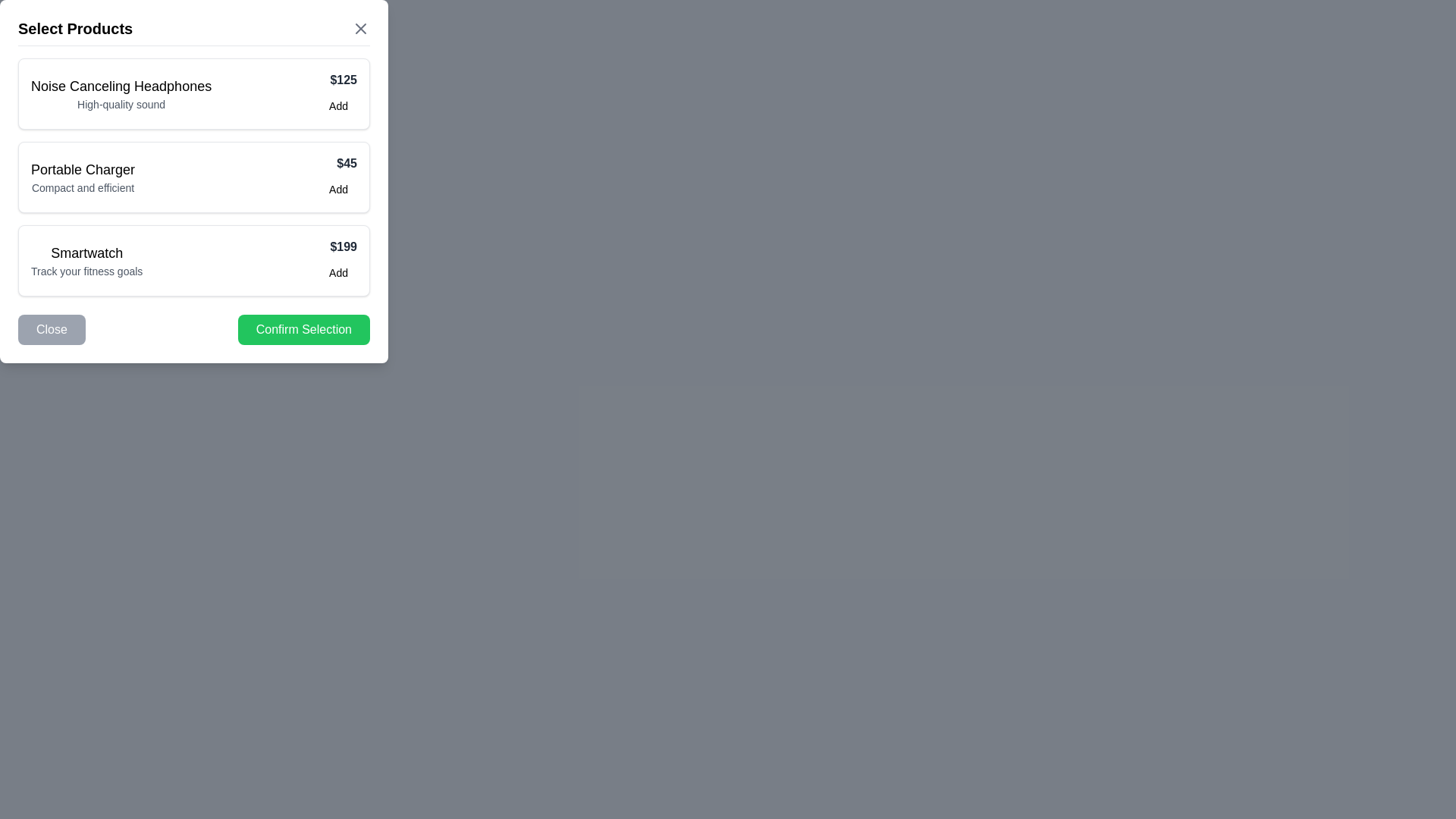 Image resolution: width=1456 pixels, height=819 pixels. I want to click on the Close button located at the bottom-left corner of the dialog, so click(52, 329).